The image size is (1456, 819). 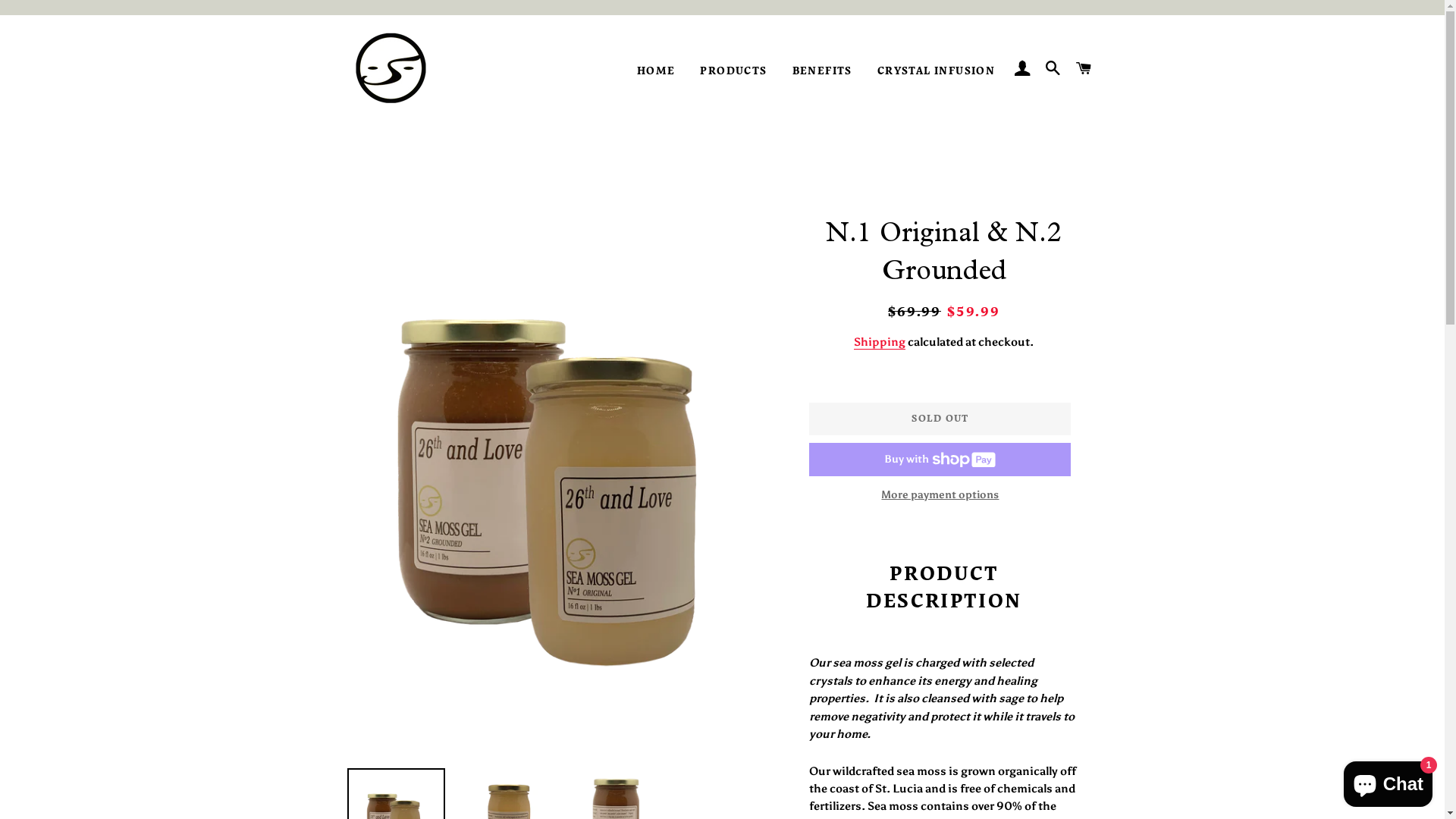 I want to click on 'Shipping', so click(x=880, y=342).